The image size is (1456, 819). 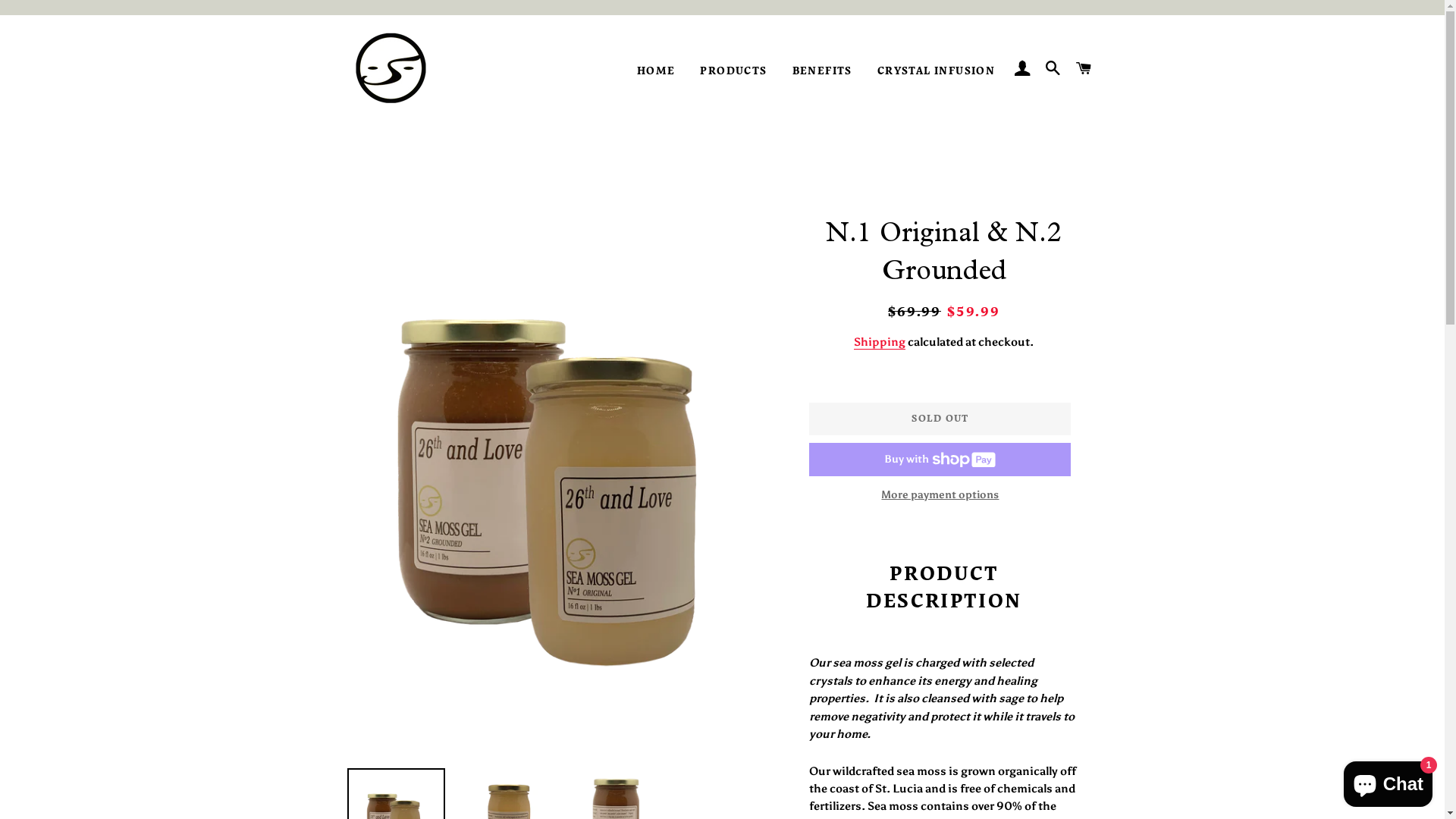 I want to click on 'Shipping', so click(x=880, y=342).